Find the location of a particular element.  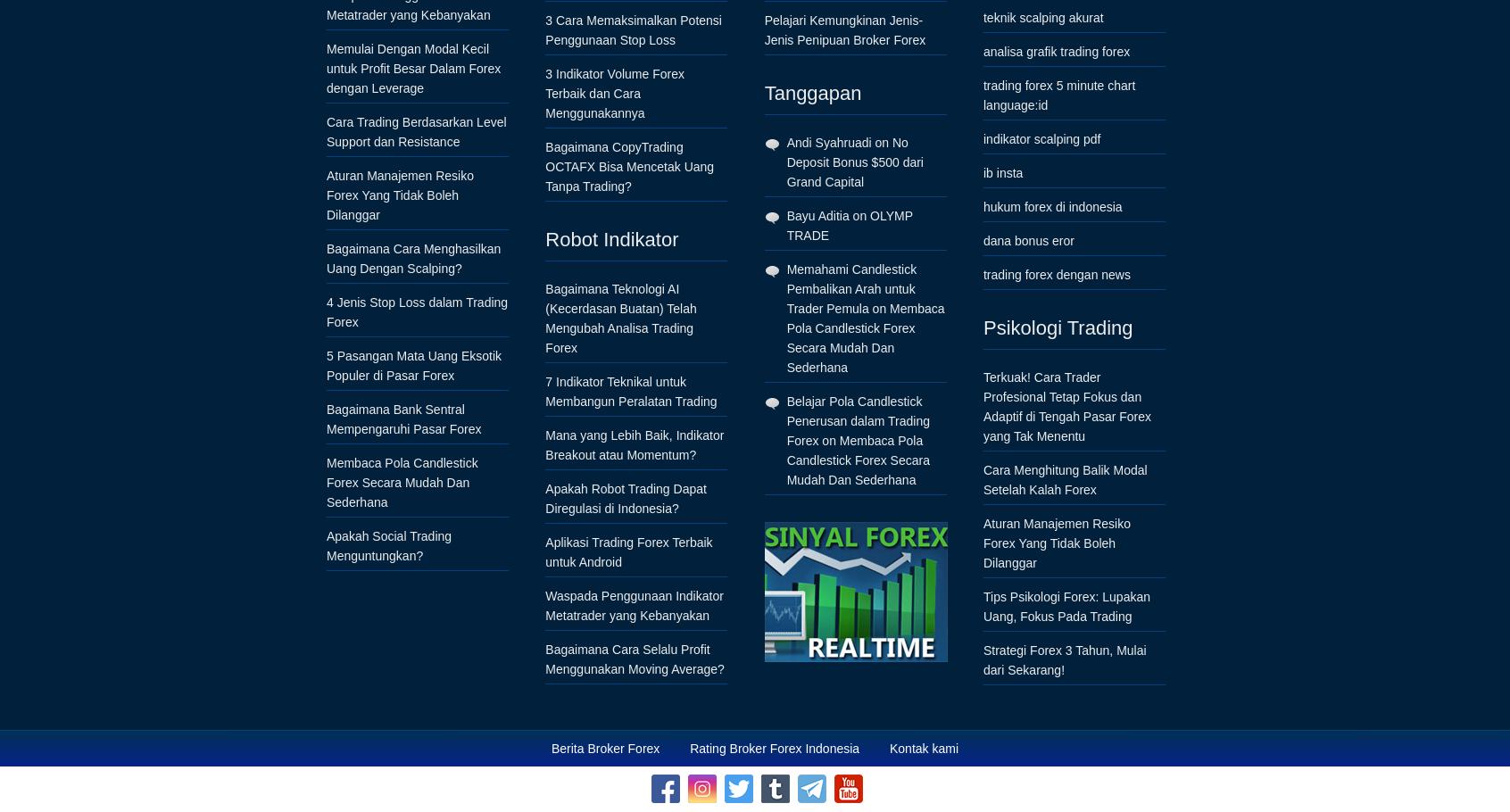

'7 Indikator Teknikal untuk Membangun Peralatan Trading' is located at coordinates (629, 390).